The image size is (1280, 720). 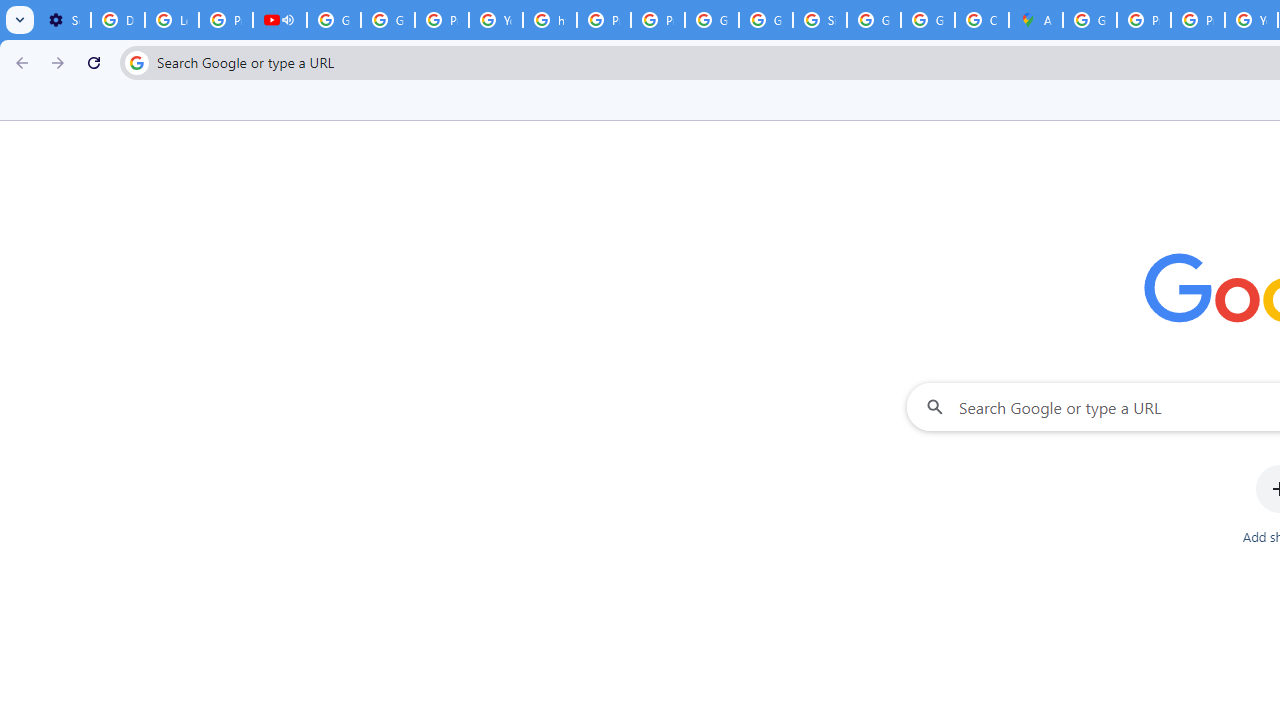 I want to click on 'Mute tab', so click(x=287, y=20).